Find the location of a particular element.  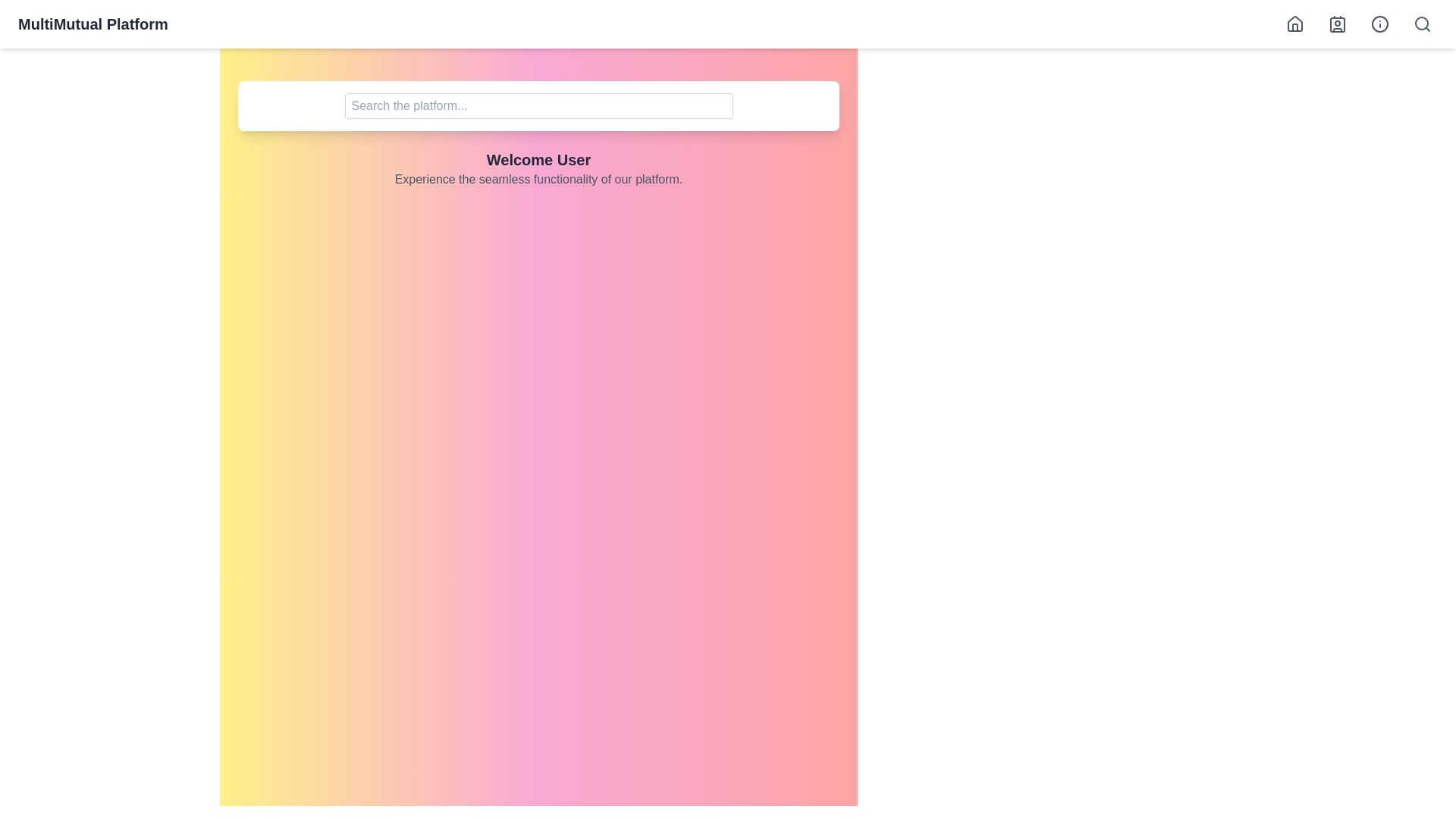

the contact button to navigate is located at coordinates (1337, 24).